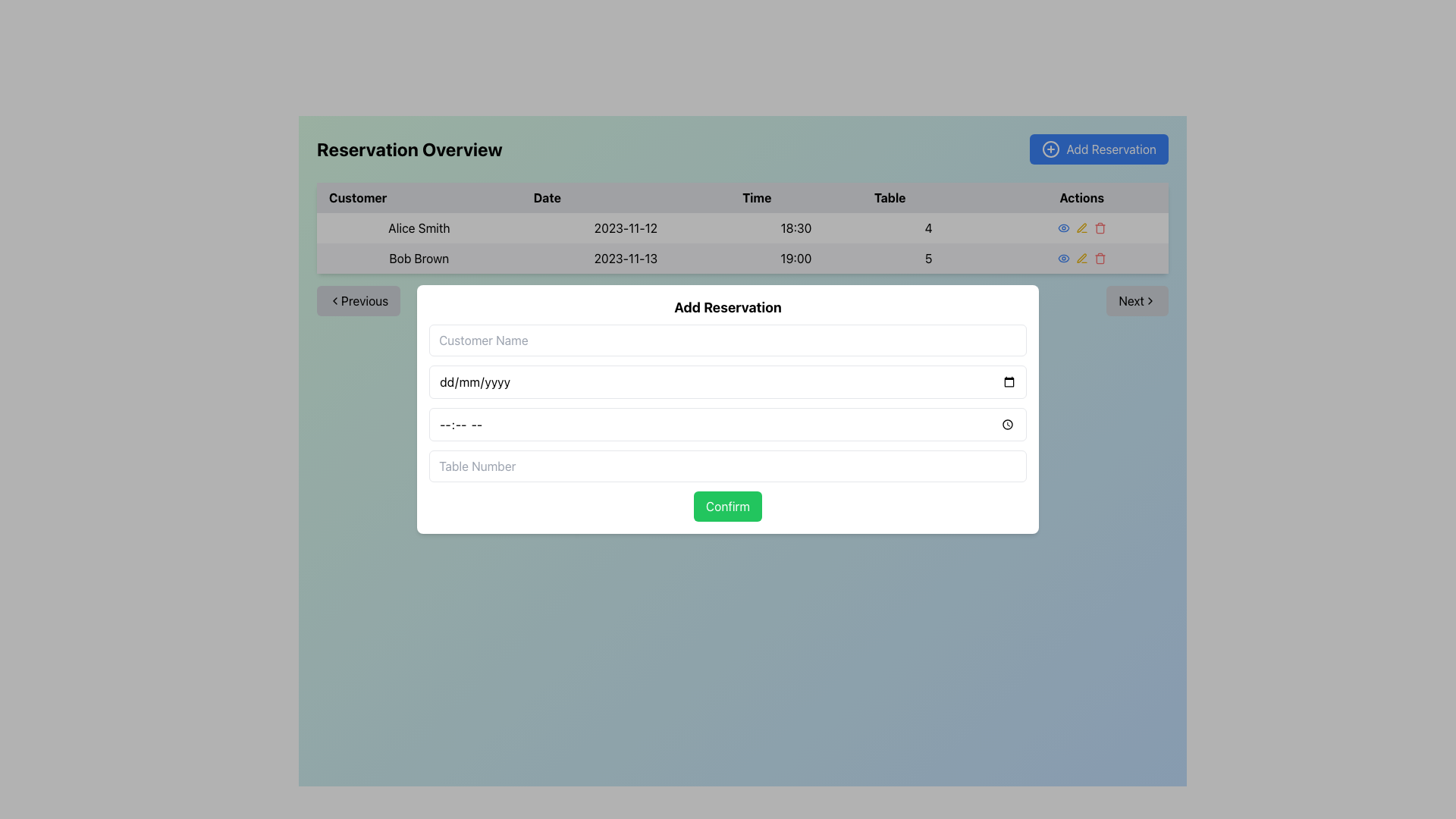 The height and width of the screenshot is (819, 1456). I want to click on the chevron icon within the 'Next' button that has a gray background and rounded corners, located in the lower right section of the interface, so click(1150, 301).